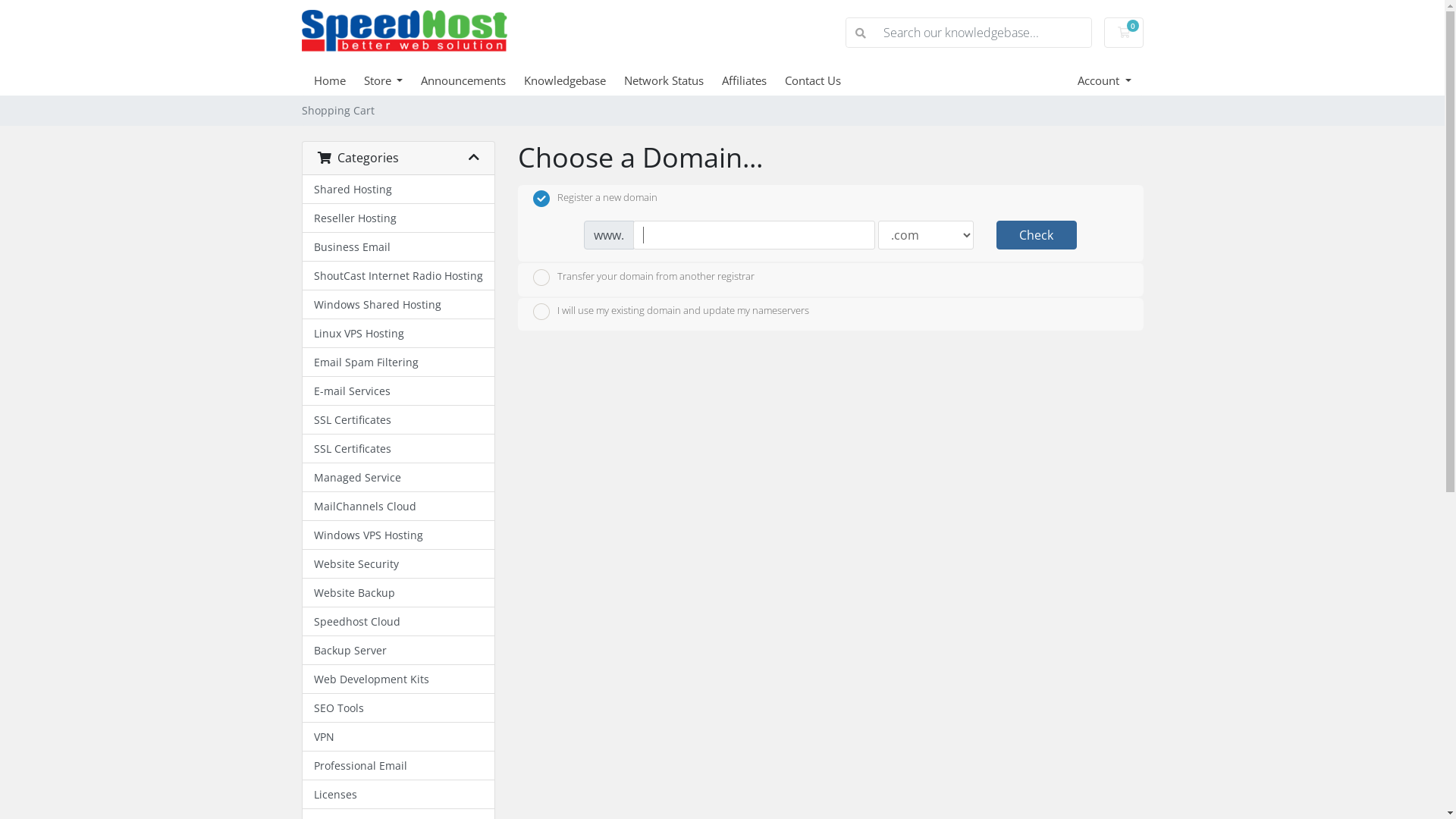 Image resolution: width=1456 pixels, height=819 pixels. I want to click on 'Contact Us', so click(821, 80).